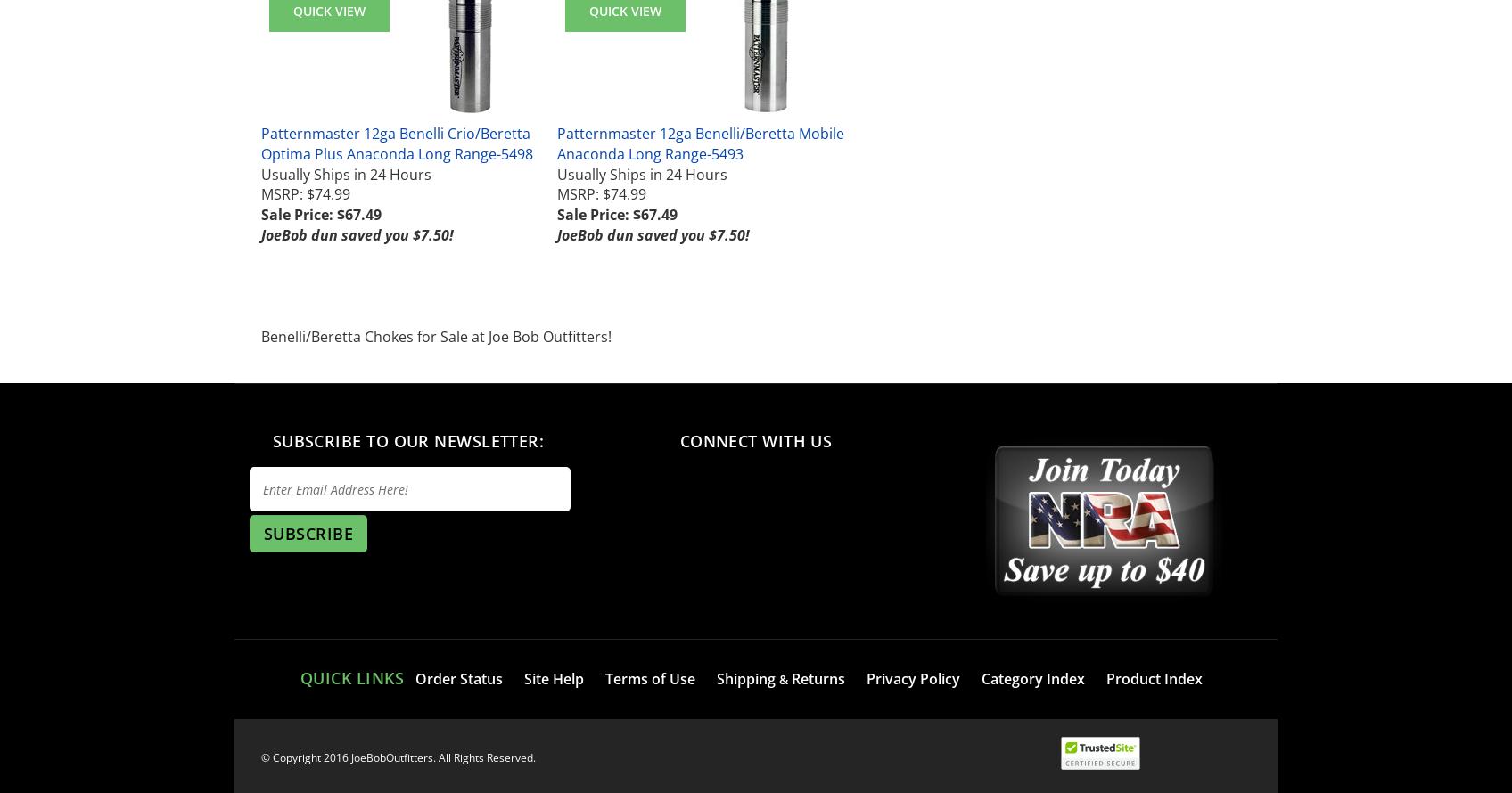  What do you see at coordinates (1154, 679) in the screenshot?
I see `'Product Index'` at bounding box center [1154, 679].